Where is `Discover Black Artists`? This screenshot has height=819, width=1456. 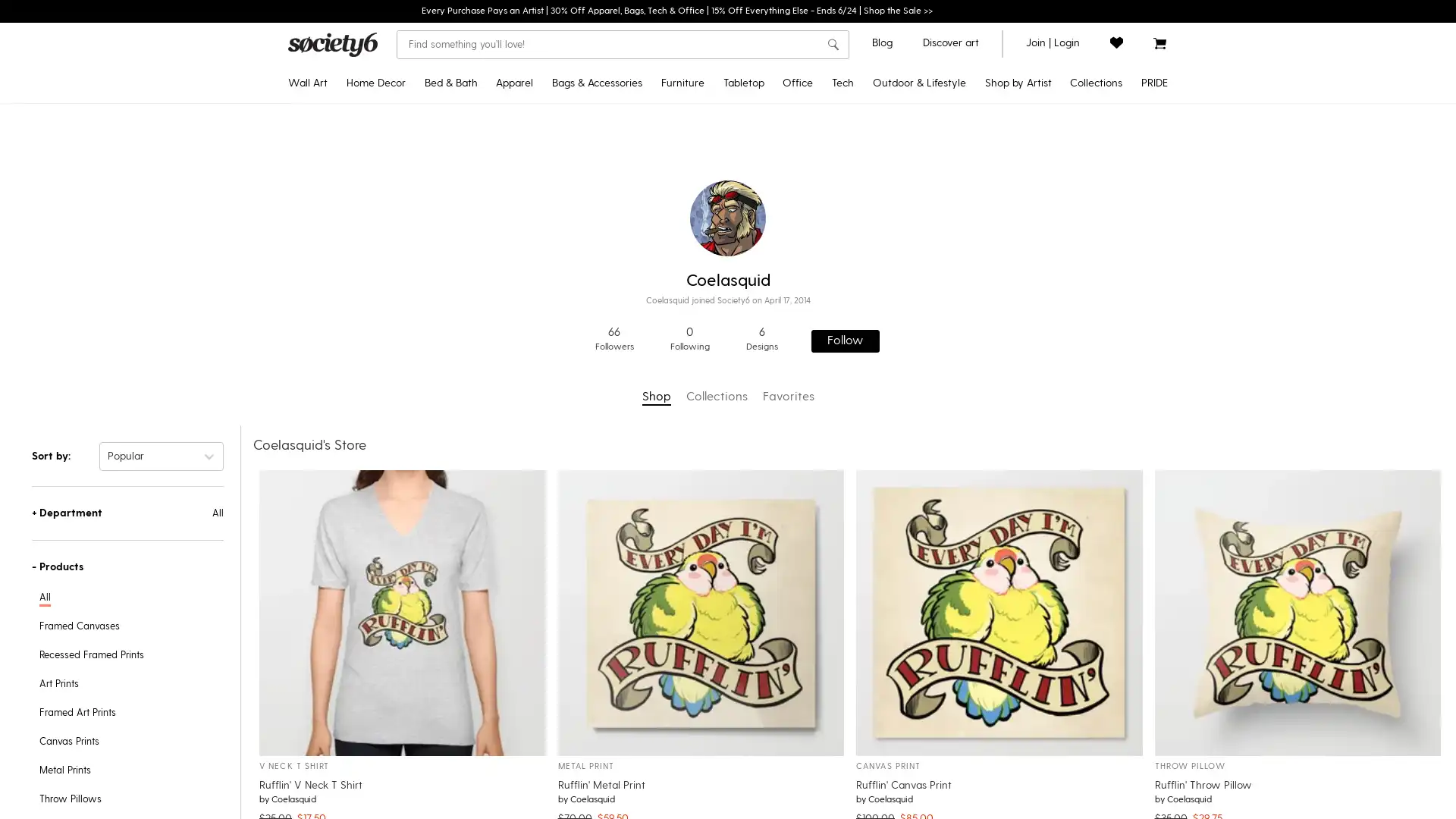 Discover Black Artists is located at coordinates (977, 194).